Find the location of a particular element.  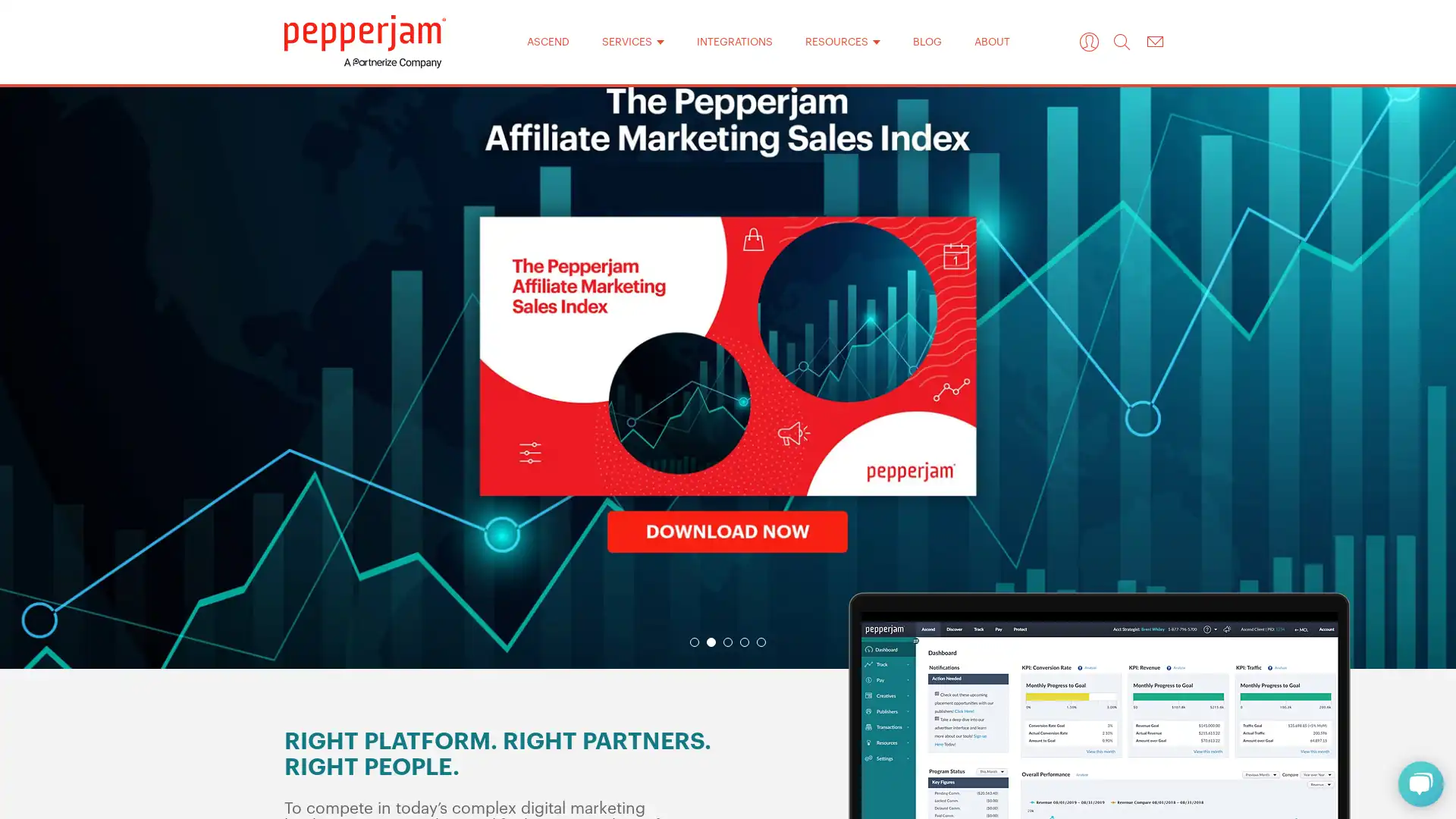

Close is located at coordinates (924, 166).